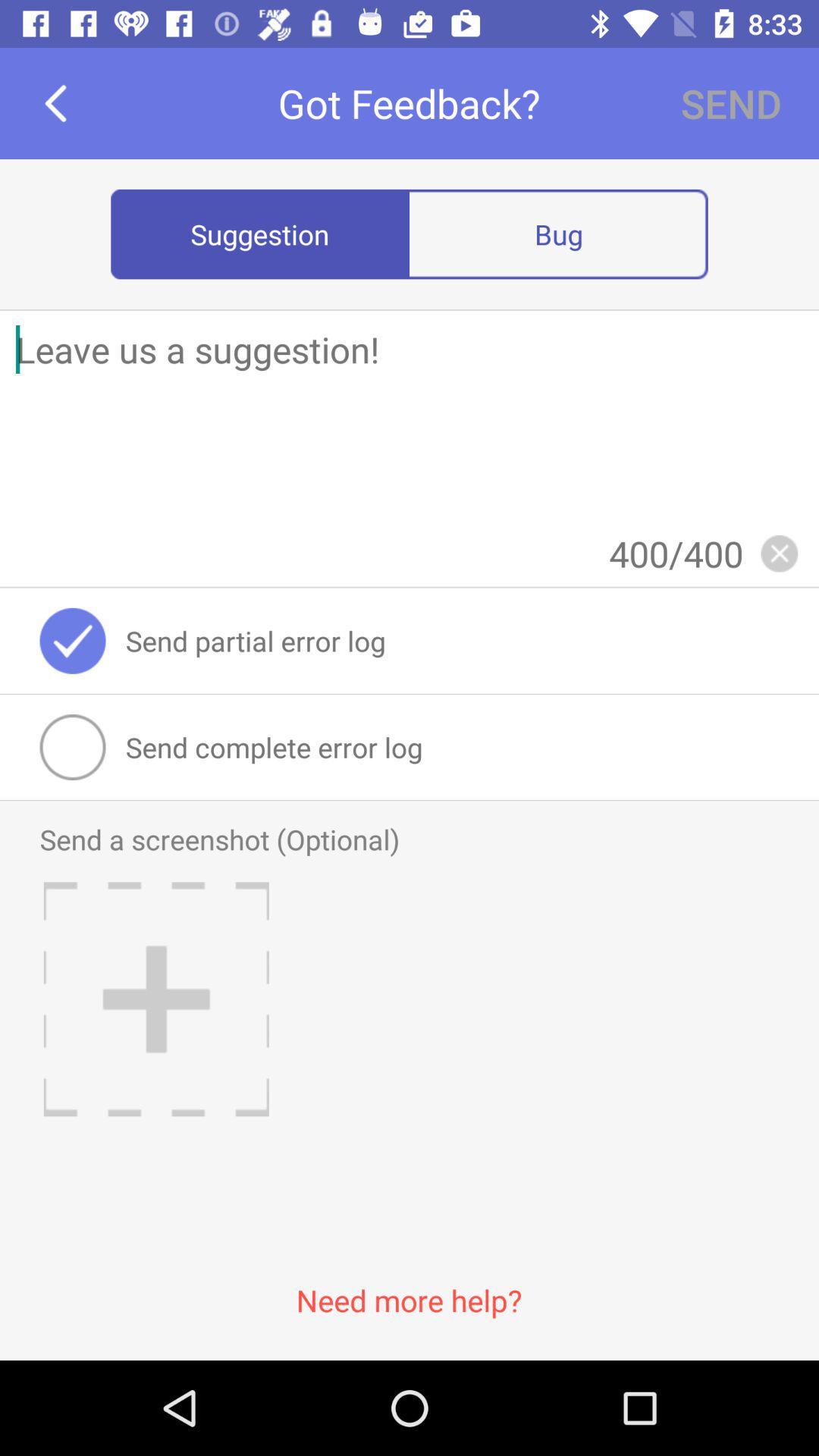 This screenshot has height=1456, width=819. What do you see at coordinates (55, 102) in the screenshot?
I see `the item to the left of got feedback?` at bounding box center [55, 102].